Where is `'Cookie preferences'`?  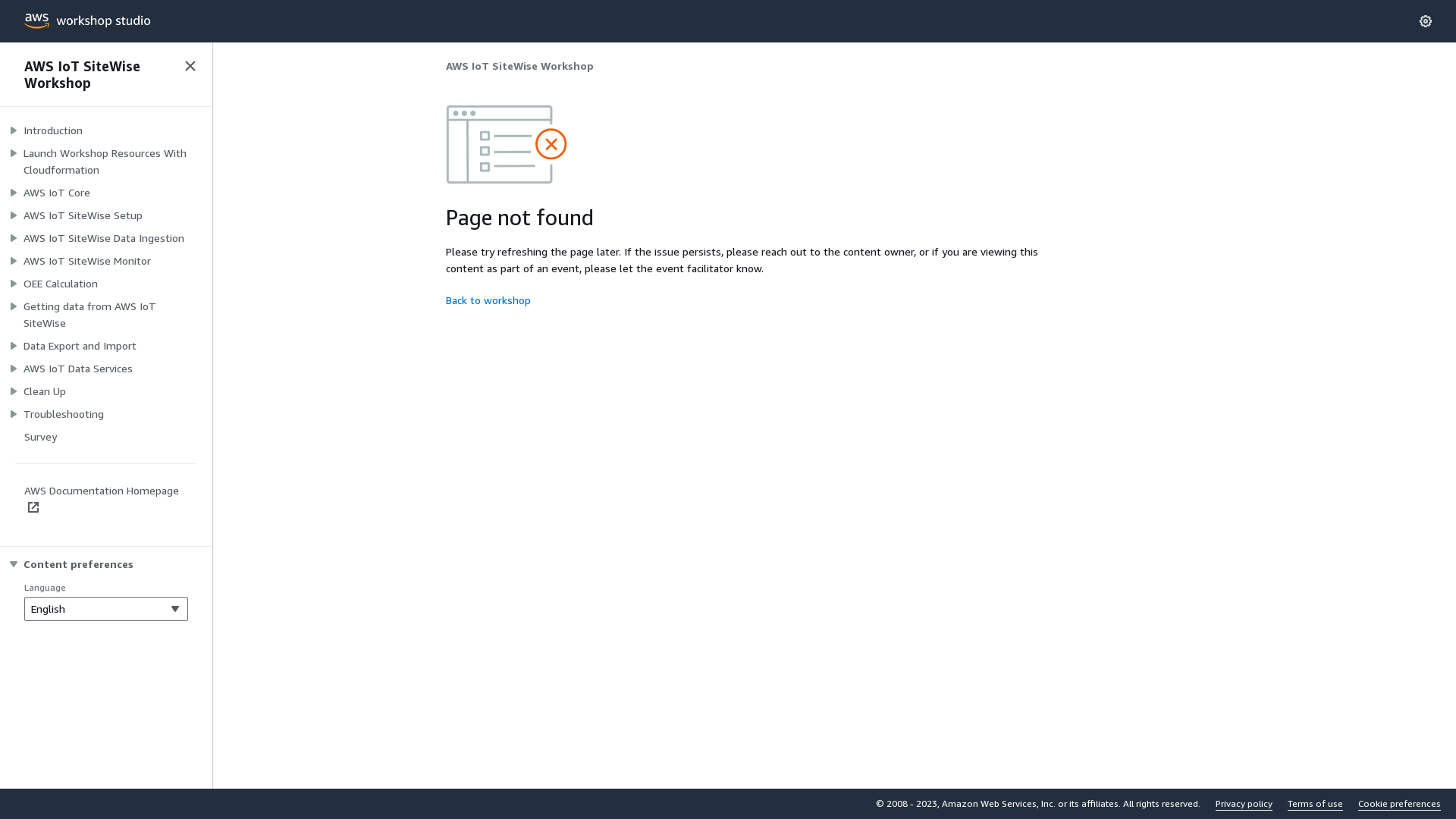
'Cookie preferences' is located at coordinates (1398, 803).